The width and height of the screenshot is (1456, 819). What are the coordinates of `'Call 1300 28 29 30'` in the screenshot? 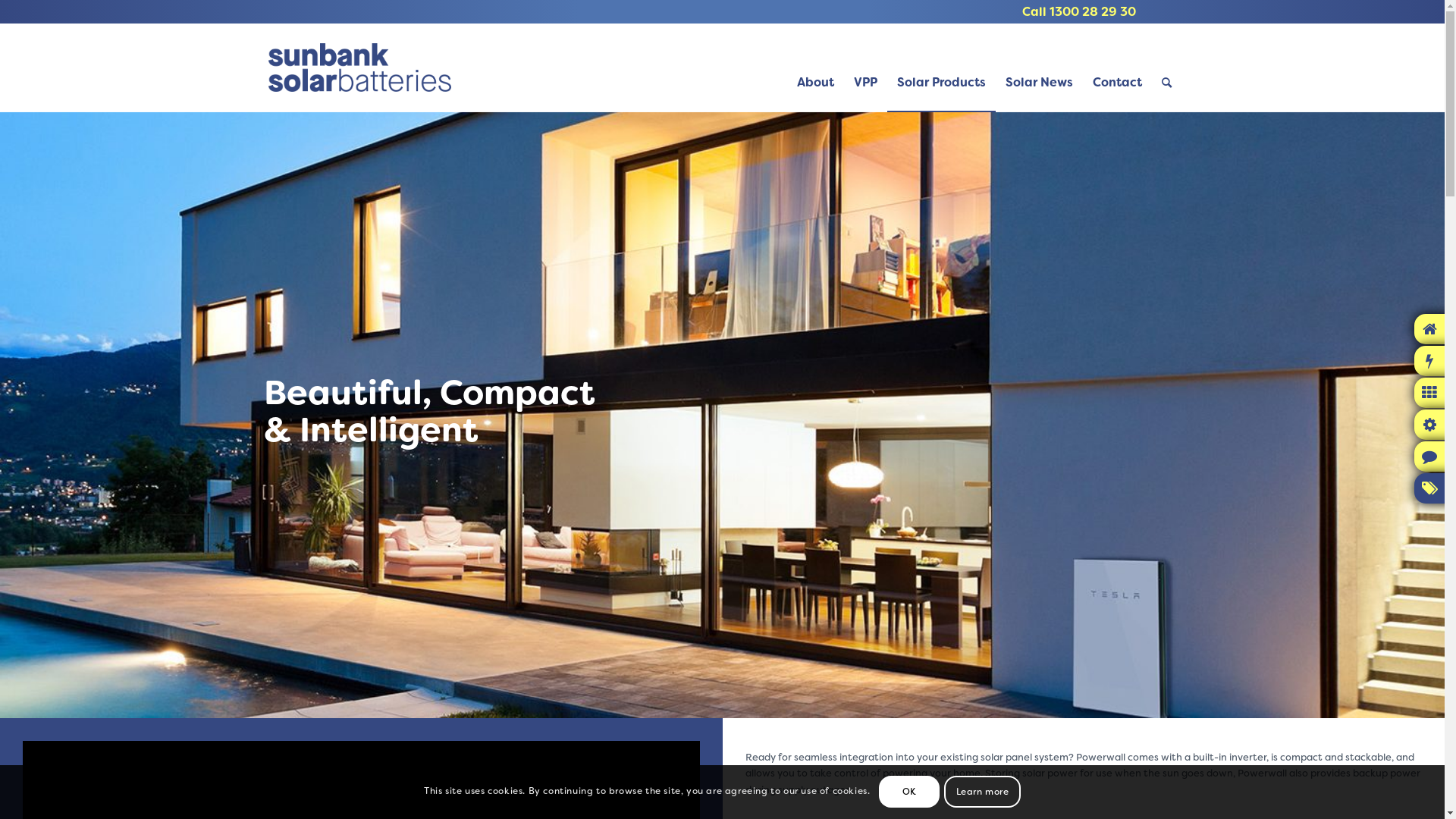 It's located at (1078, 11).